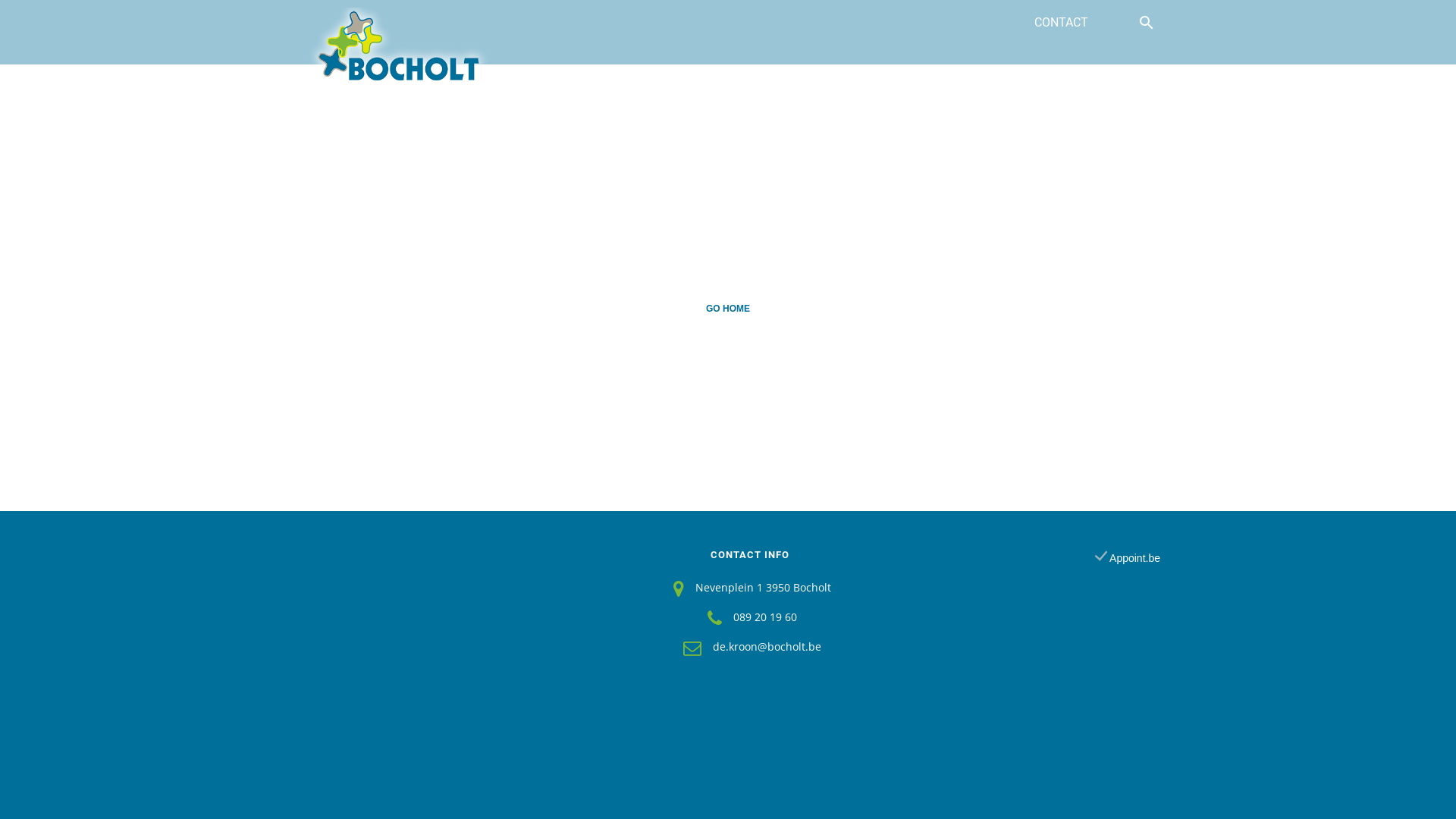  I want to click on 'de.kroon@bocholt.be', so click(712, 645).